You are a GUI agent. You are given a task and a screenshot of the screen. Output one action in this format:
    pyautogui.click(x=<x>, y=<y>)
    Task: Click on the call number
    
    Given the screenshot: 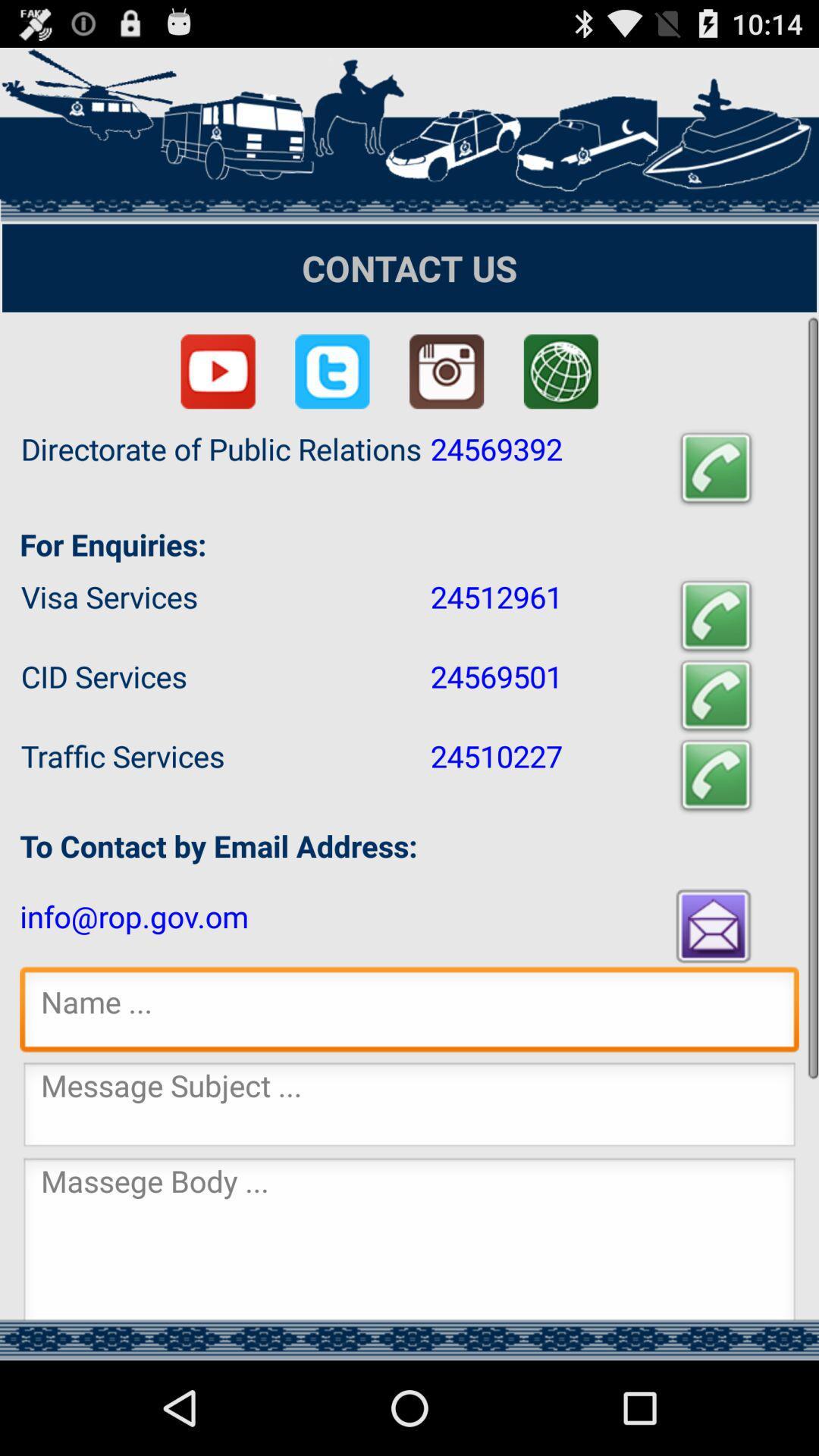 What is the action you would take?
    pyautogui.click(x=716, y=468)
    